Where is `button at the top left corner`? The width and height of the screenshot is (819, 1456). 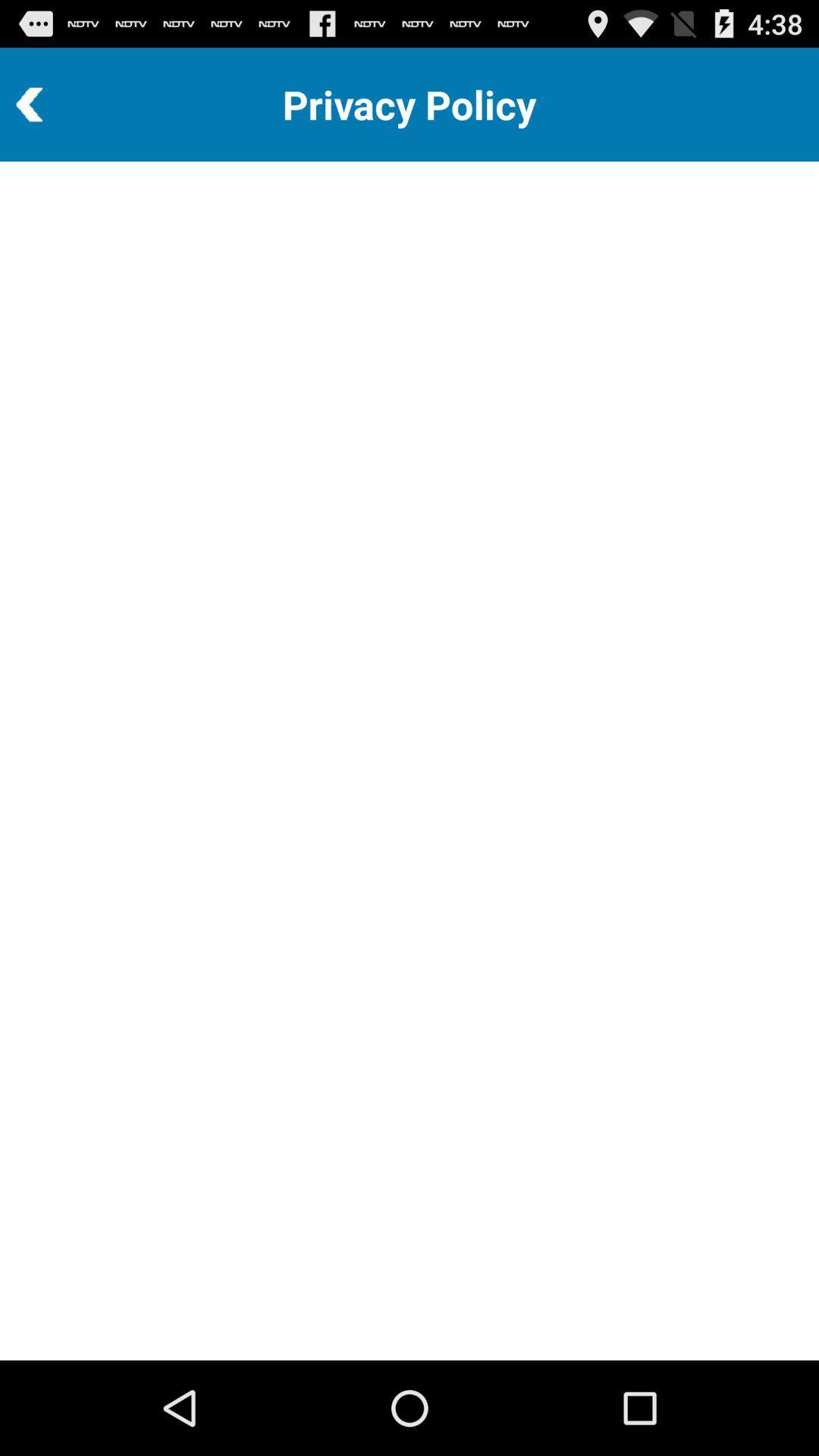
button at the top left corner is located at coordinates (71, 104).